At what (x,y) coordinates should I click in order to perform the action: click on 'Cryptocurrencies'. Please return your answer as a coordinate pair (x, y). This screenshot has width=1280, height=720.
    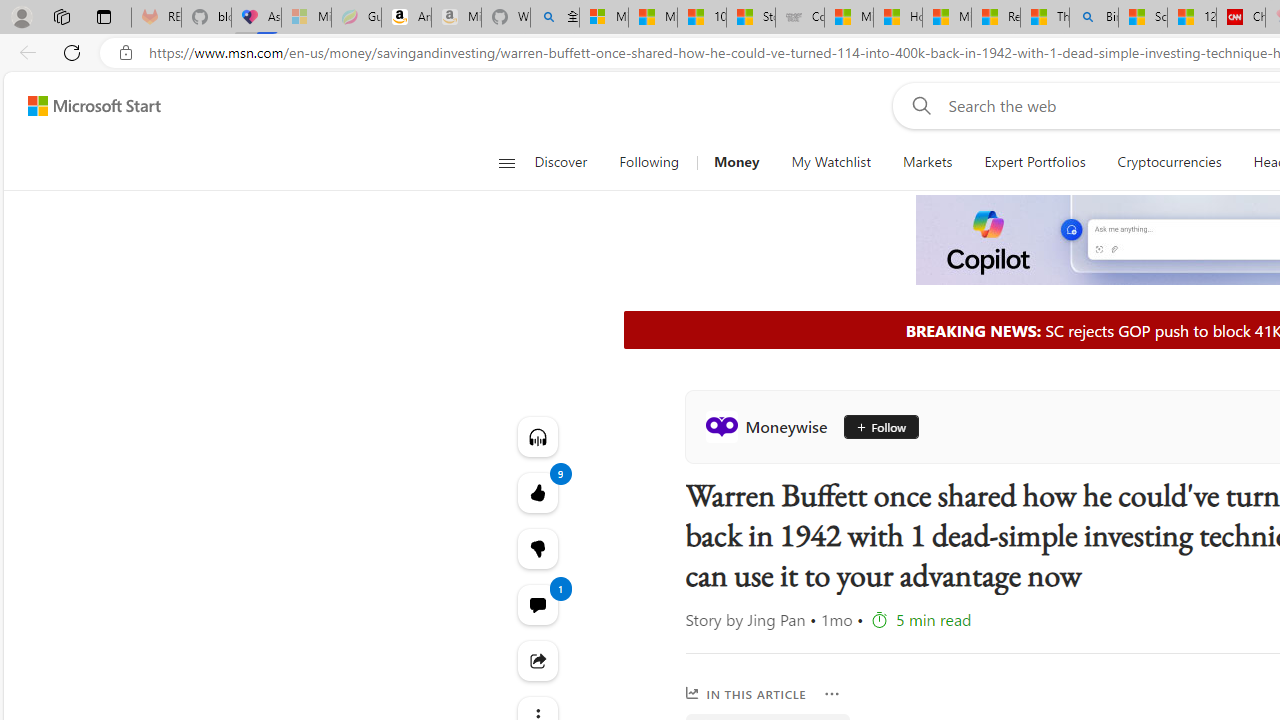
    Looking at the image, I should click on (1169, 162).